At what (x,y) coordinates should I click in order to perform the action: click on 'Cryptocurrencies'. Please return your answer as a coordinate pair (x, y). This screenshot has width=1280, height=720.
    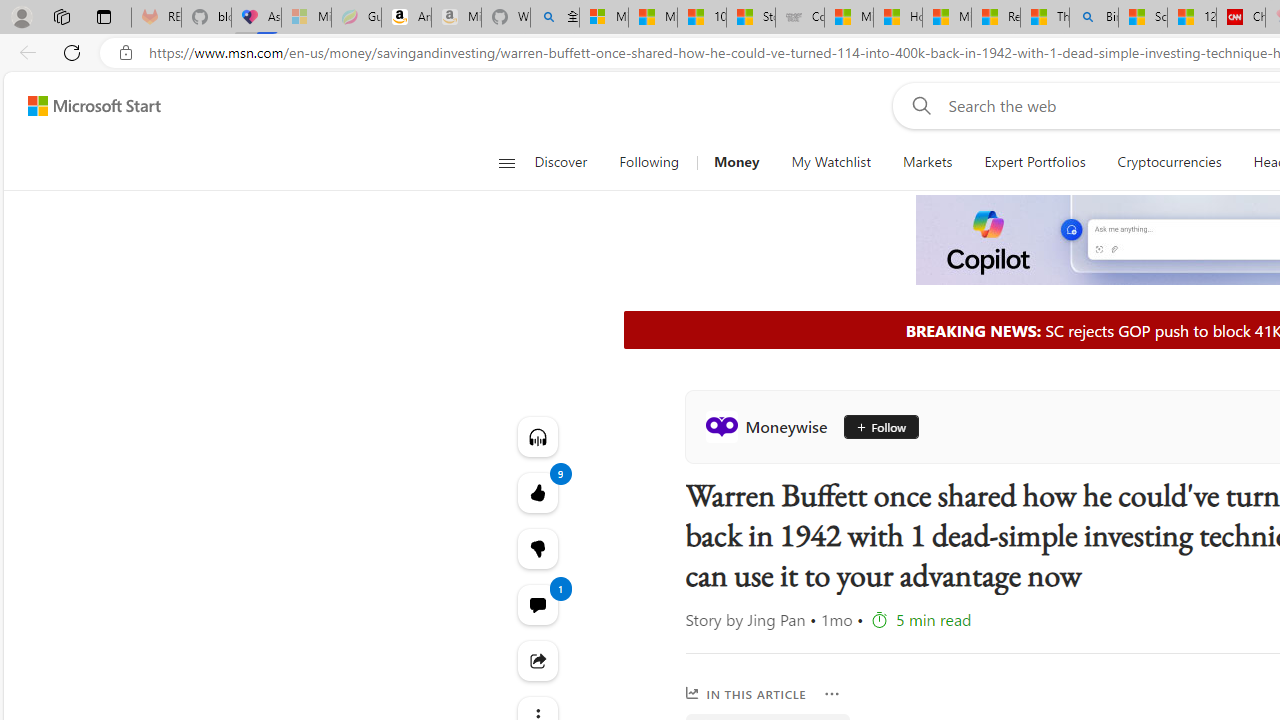
    Looking at the image, I should click on (1169, 162).